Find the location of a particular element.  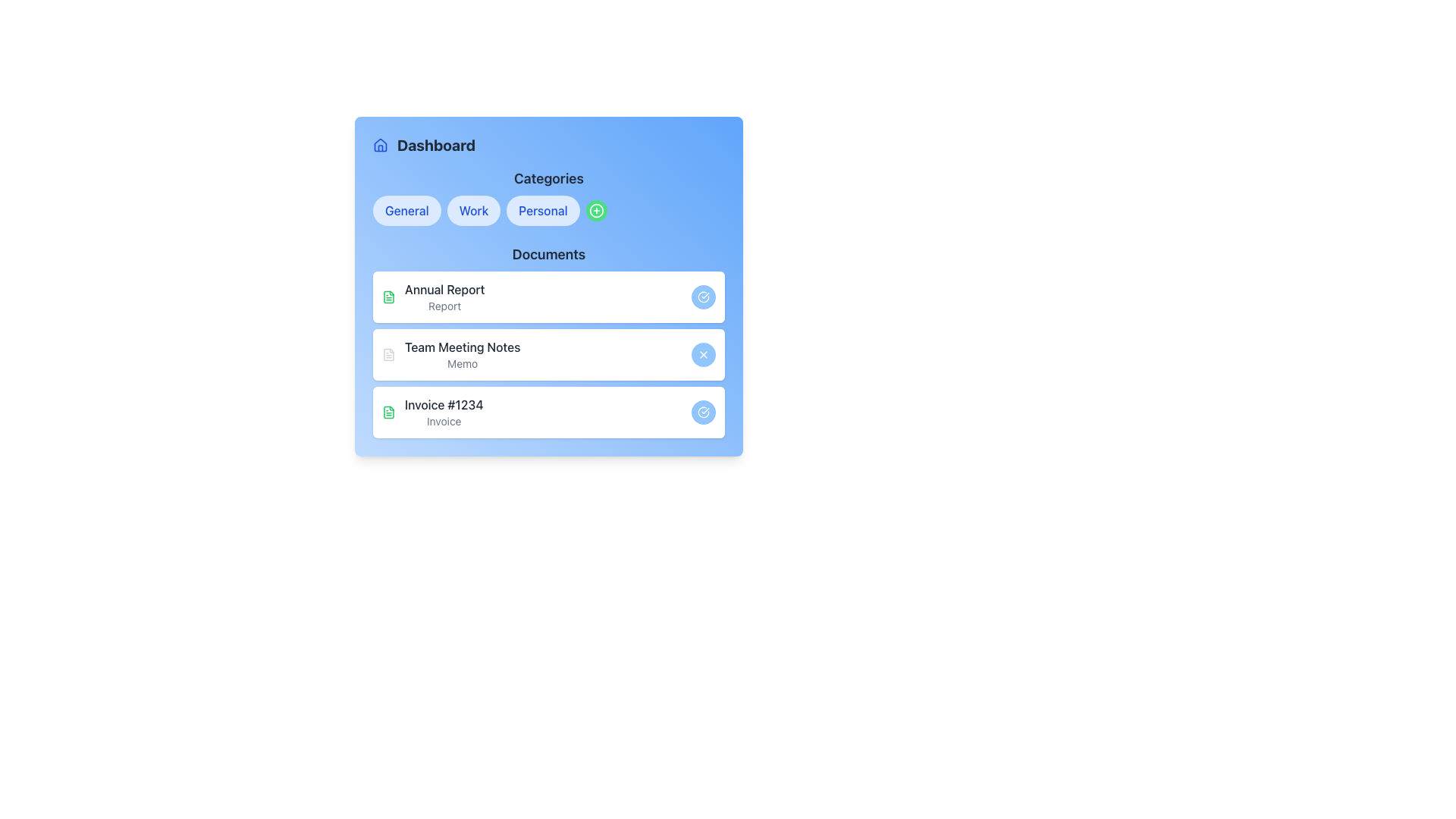

the text label displaying 'Invoice #1234' in bold dark gray within the bottommost document entry box of the 'Documents' section is located at coordinates (443, 403).